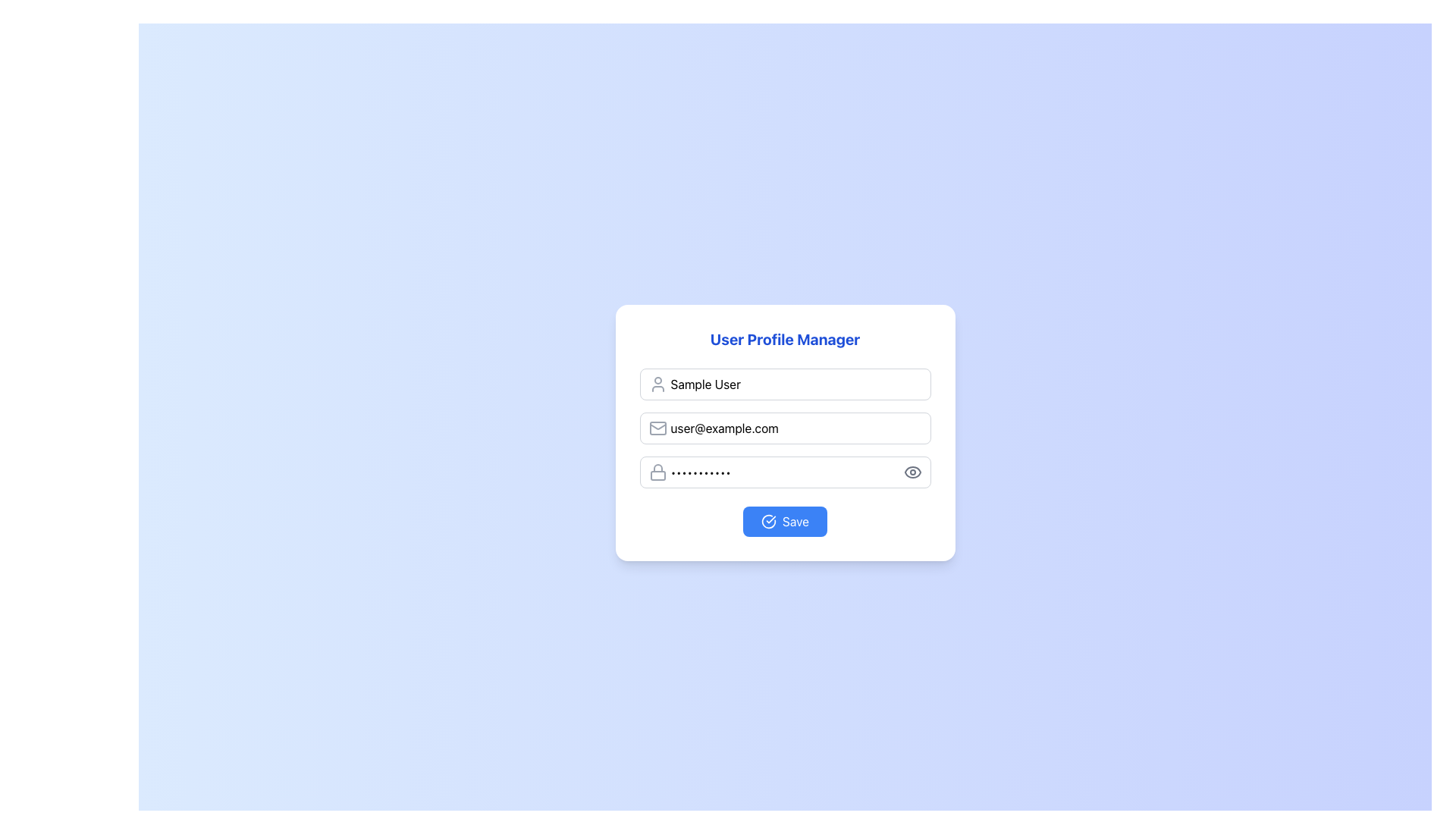 This screenshot has height=819, width=1456. Describe the element at coordinates (657, 428) in the screenshot. I see `the mail icon, which is a gray envelope design positioned to the left of the email input field and aligned vertically with the placeholder text` at that location.